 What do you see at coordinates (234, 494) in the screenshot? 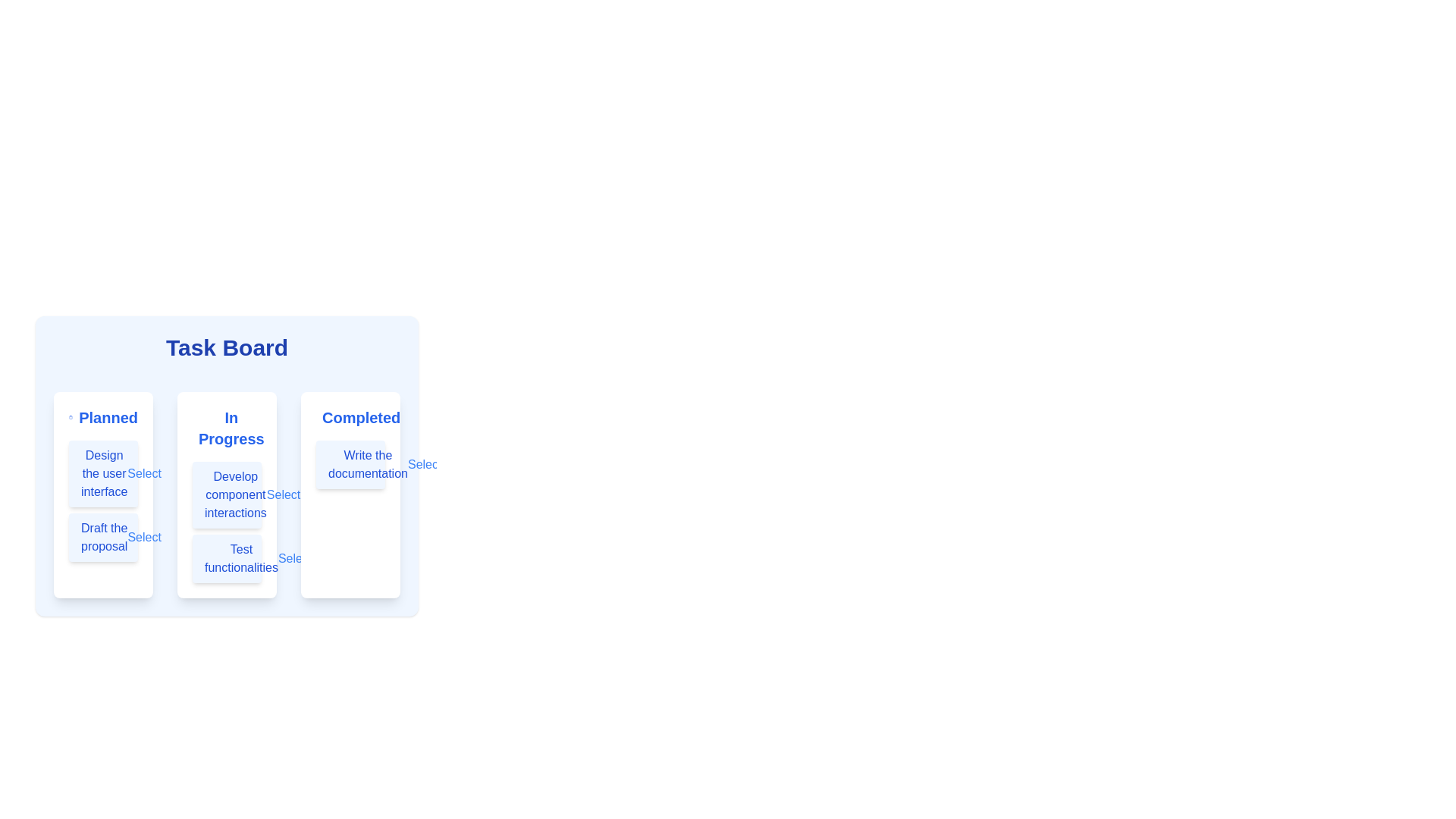
I see `the Text Label element that reads 'Develop component interactions', which is styled in blue and bold, located in the 'In Progress' column of the kanban board` at bounding box center [234, 494].